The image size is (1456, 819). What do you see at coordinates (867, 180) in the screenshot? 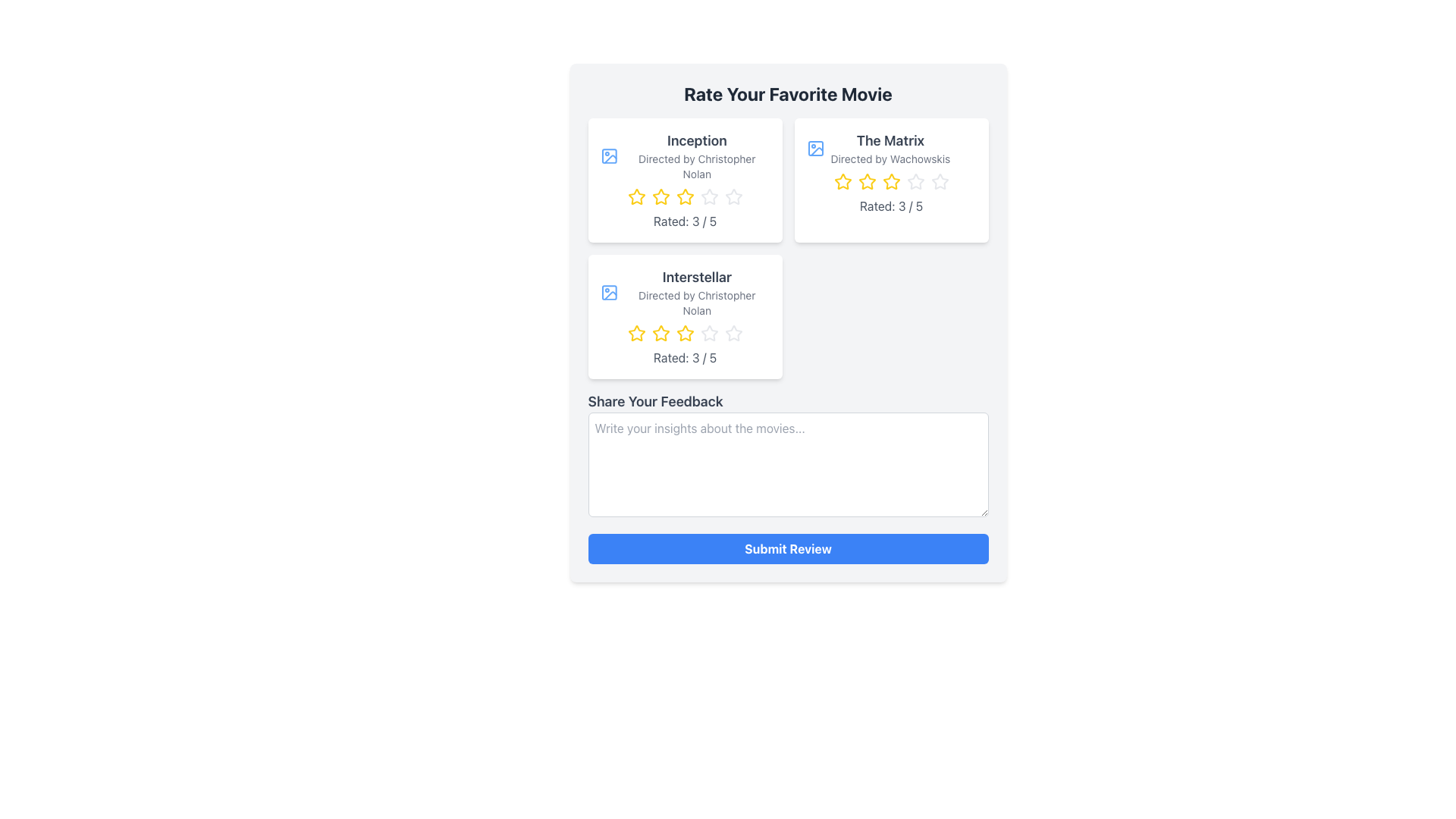
I see `the second star rating icon in the 'Rate Your Favorite Movie' section for 'The Matrix', which is a yellow outlined star with a hollow interior` at bounding box center [867, 180].